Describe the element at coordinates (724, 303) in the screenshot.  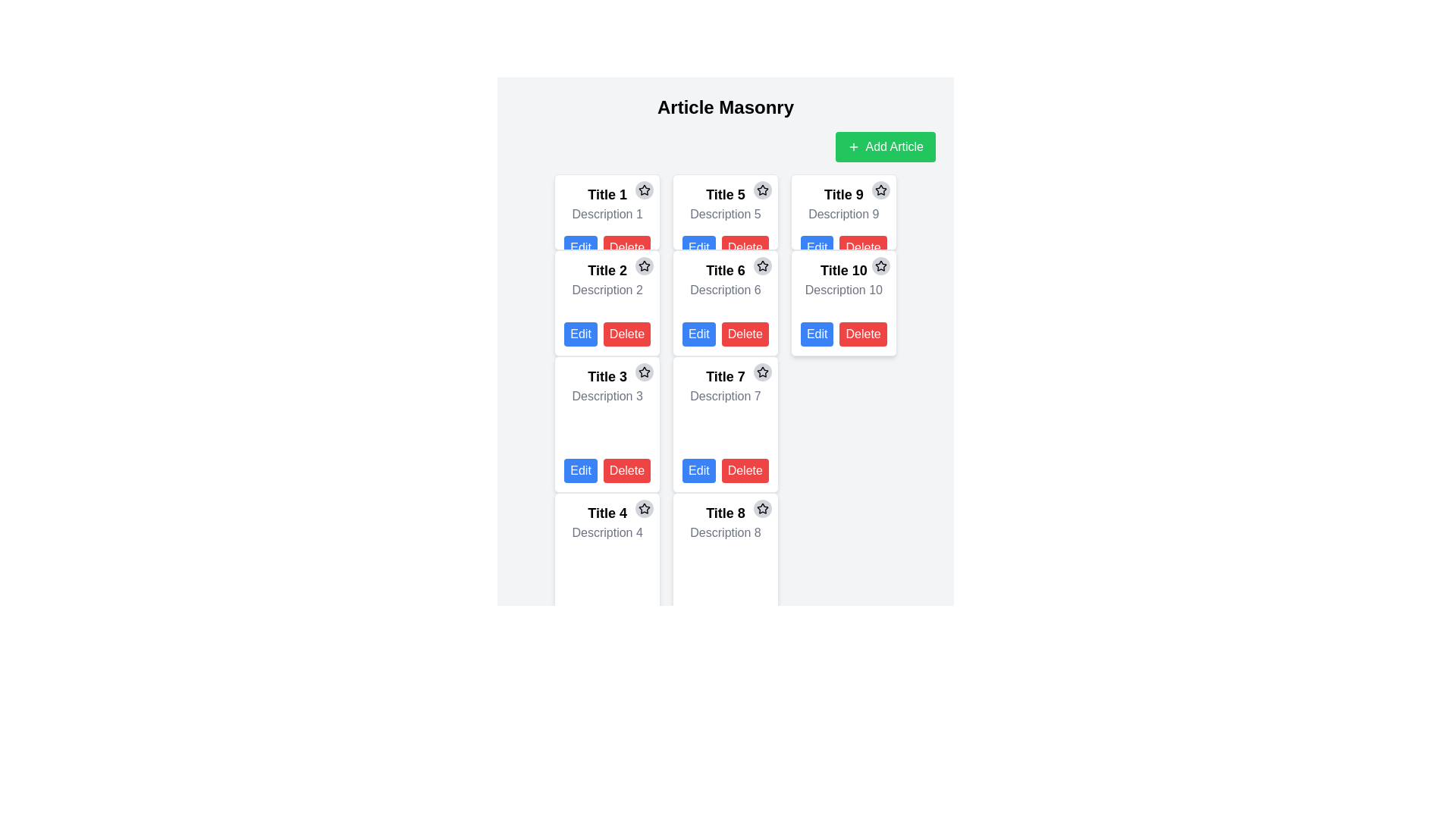
I see `the card component located in the sixth position of the grid layout` at that location.